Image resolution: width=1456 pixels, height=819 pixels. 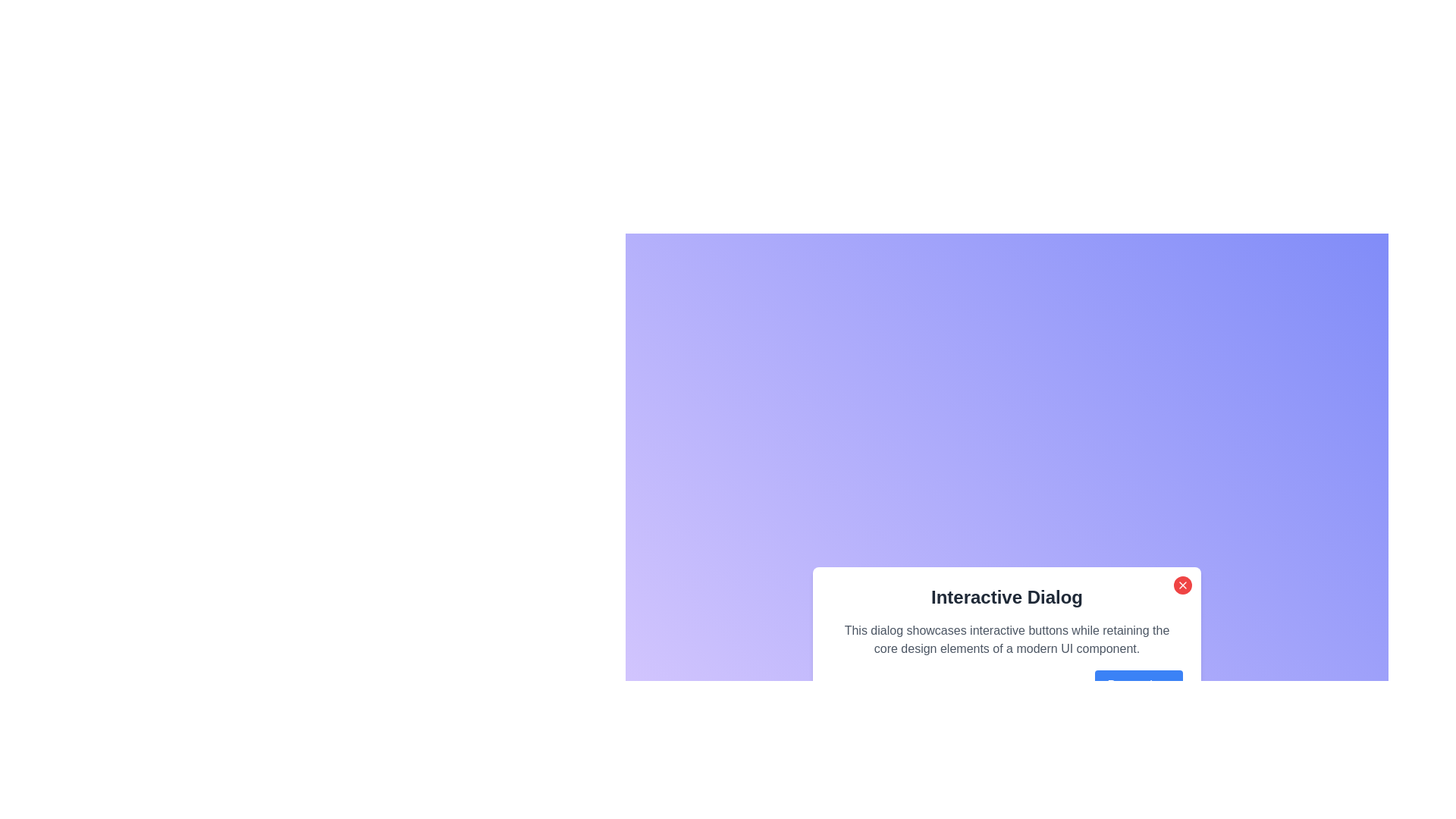 What do you see at coordinates (1182, 584) in the screenshot?
I see `the close button located at the top-right corner of the dialog box to trigger its hover state` at bounding box center [1182, 584].